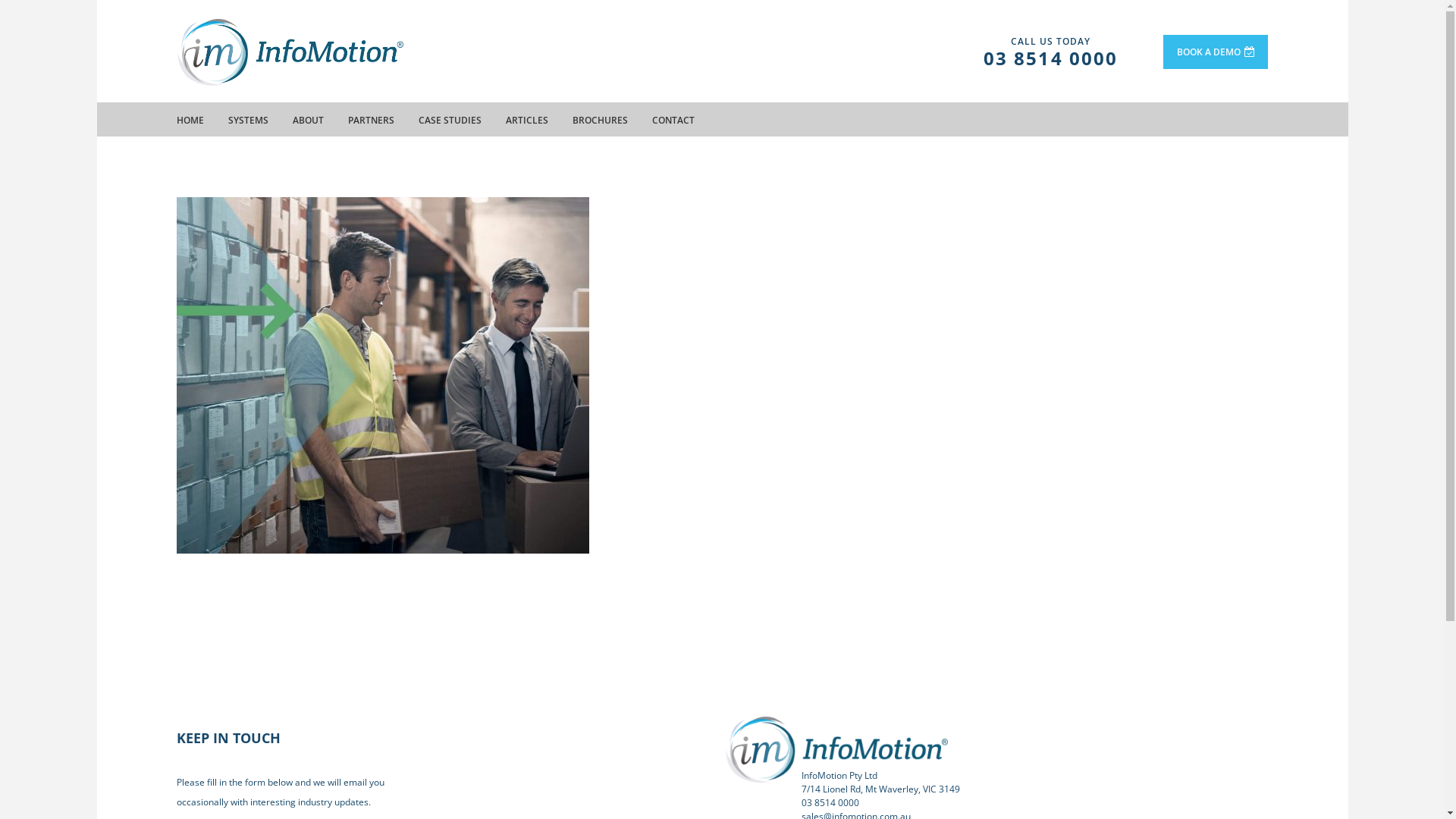 This screenshot has height=819, width=1456. What do you see at coordinates (226, 119) in the screenshot?
I see `'SYSTEMS'` at bounding box center [226, 119].